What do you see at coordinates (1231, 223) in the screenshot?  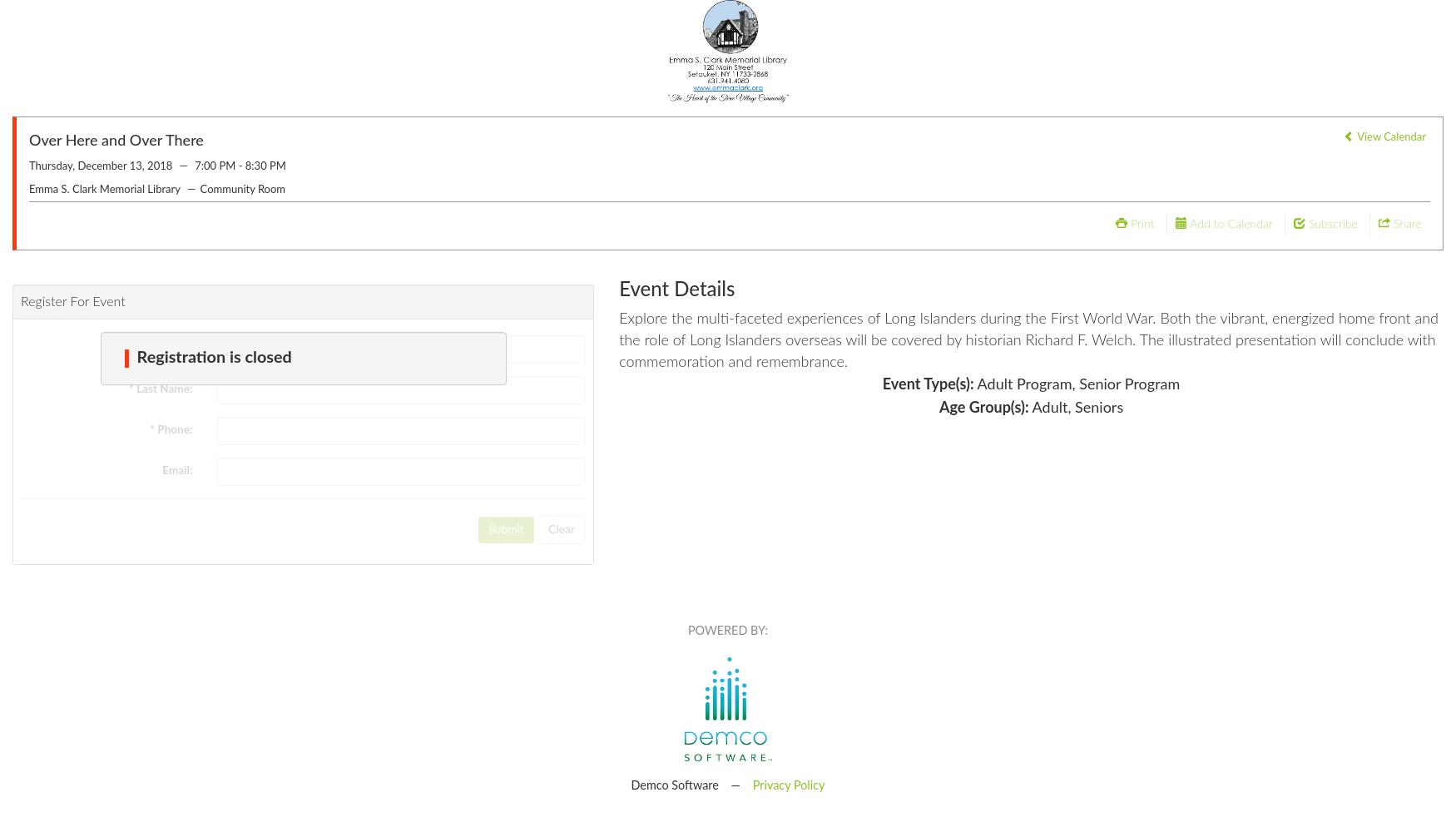 I see `'Add to Calendar'` at bounding box center [1231, 223].